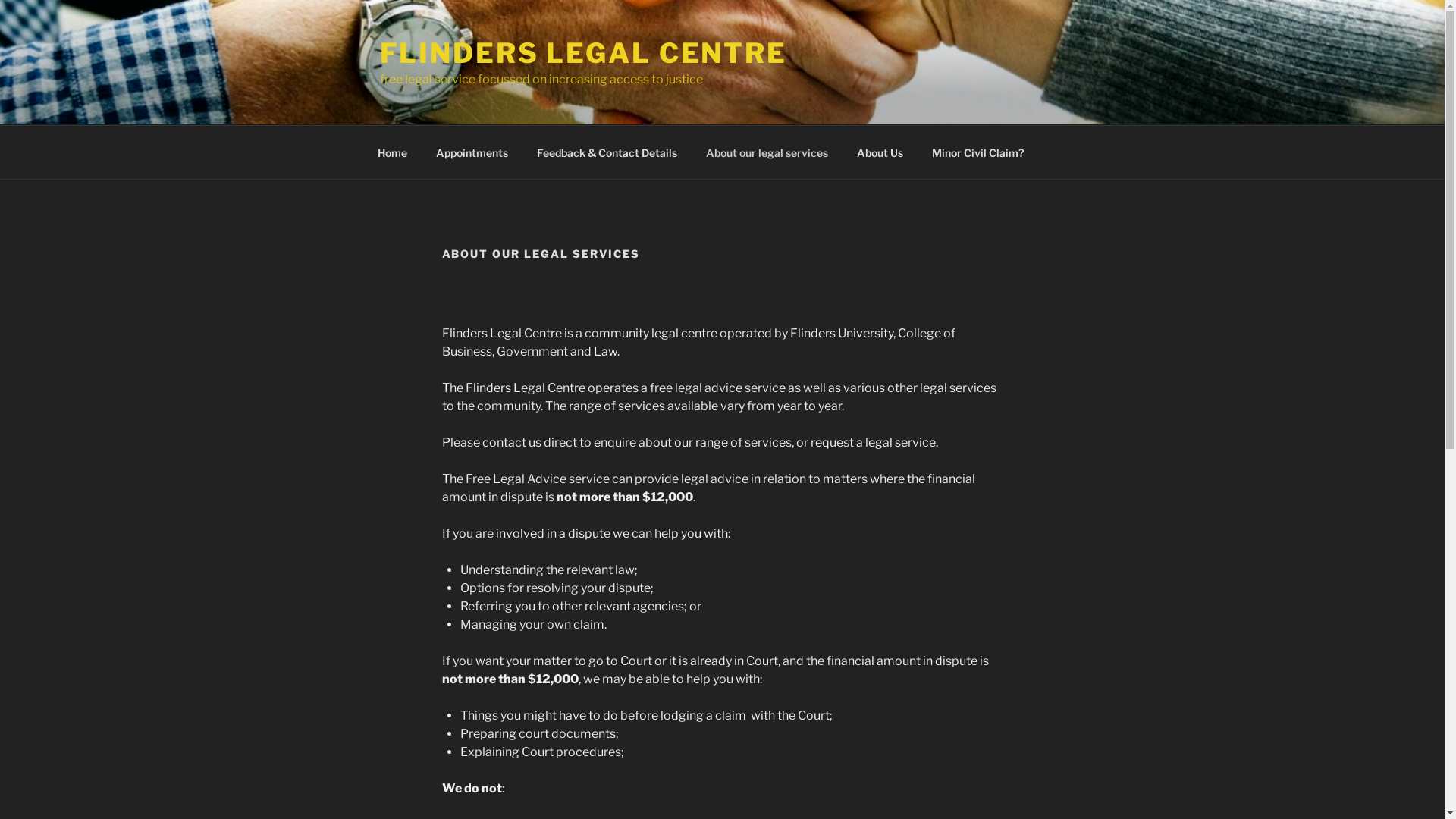 The height and width of the screenshot is (819, 1456). Describe the element at coordinates (392, 152) in the screenshot. I see `'Home'` at that location.